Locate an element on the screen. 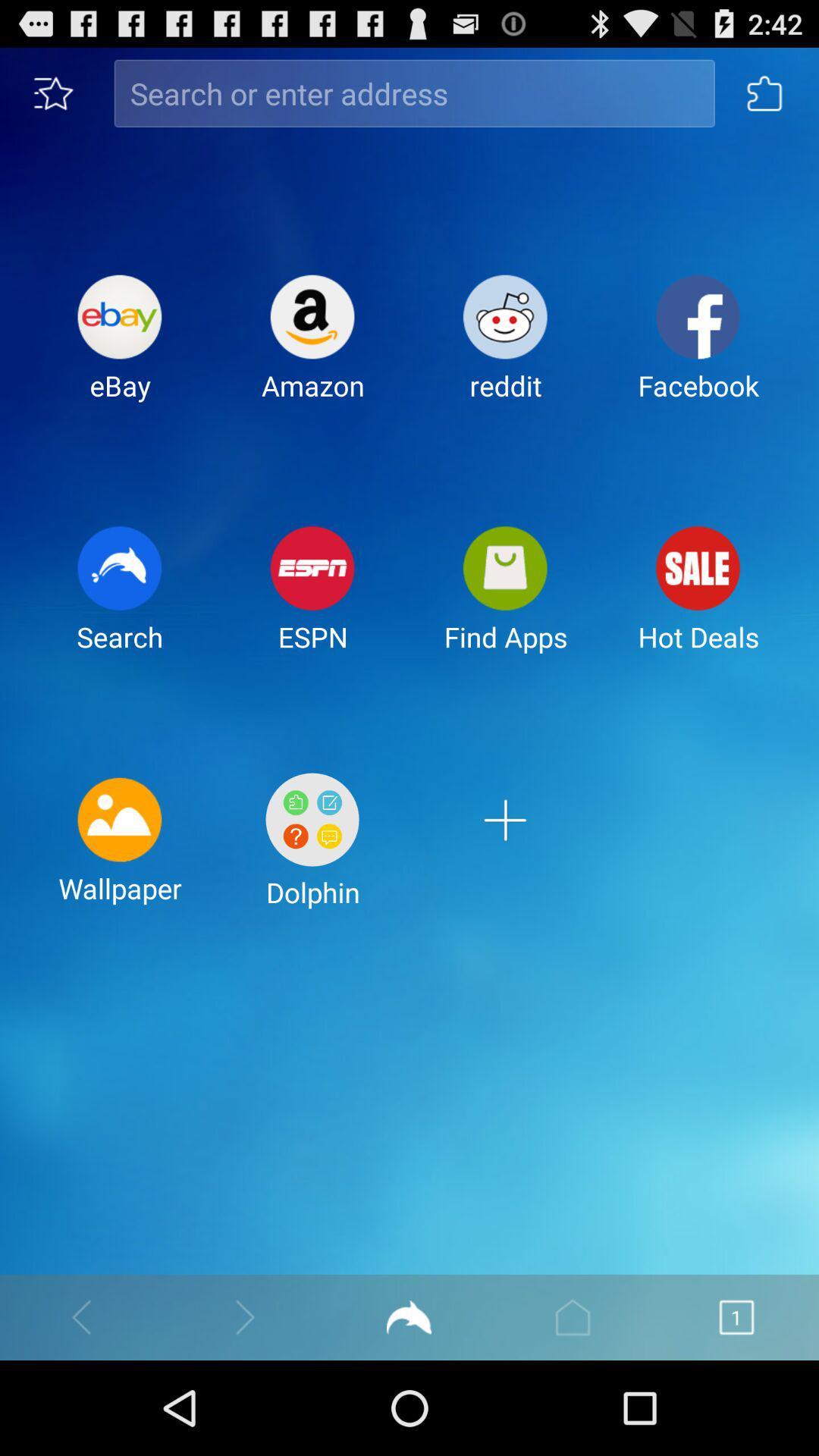 This screenshot has height=1456, width=819. the icon above search item is located at coordinates (119, 349).